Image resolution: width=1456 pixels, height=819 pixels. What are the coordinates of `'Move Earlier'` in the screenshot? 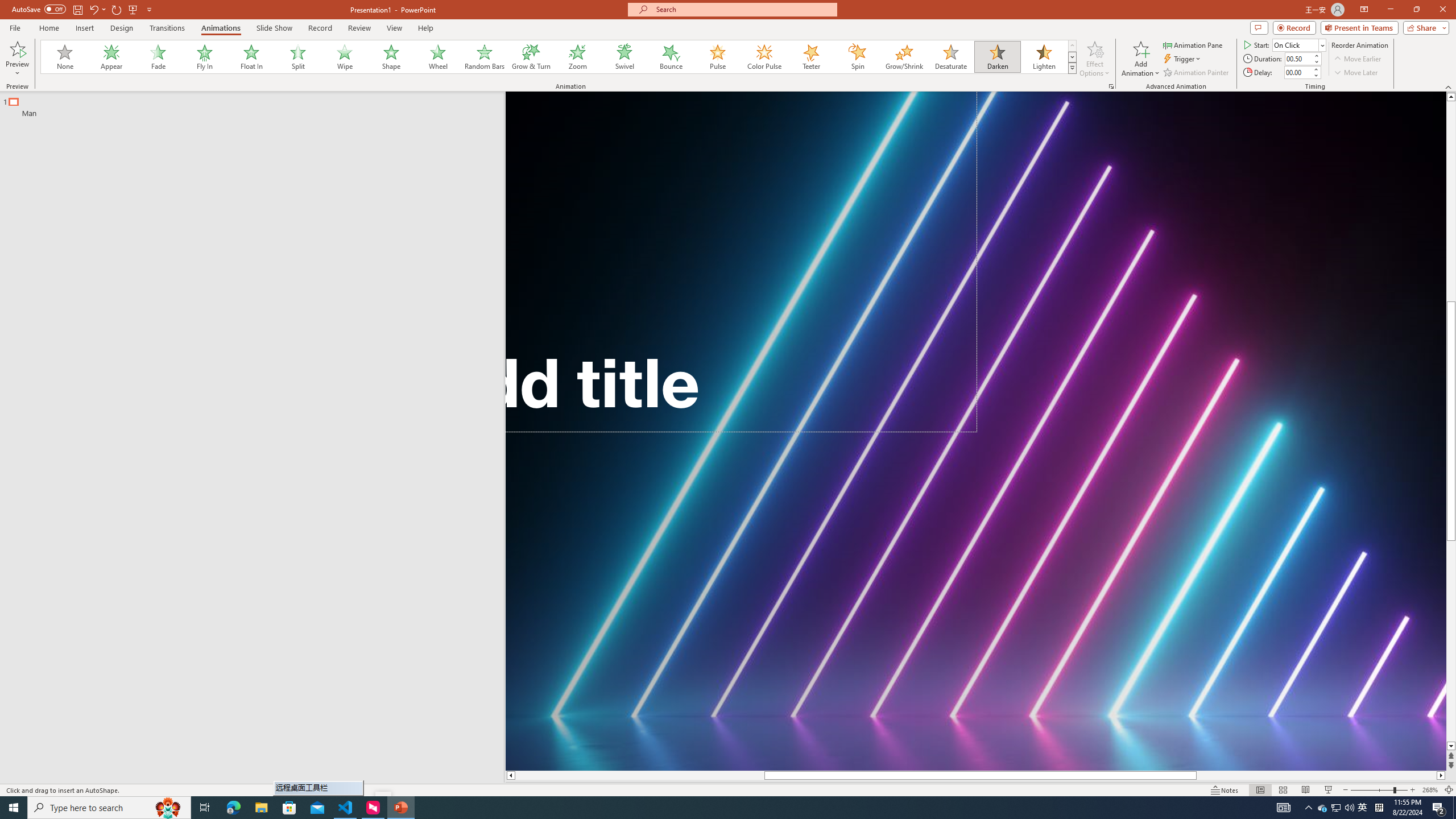 It's located at (1357, 59).